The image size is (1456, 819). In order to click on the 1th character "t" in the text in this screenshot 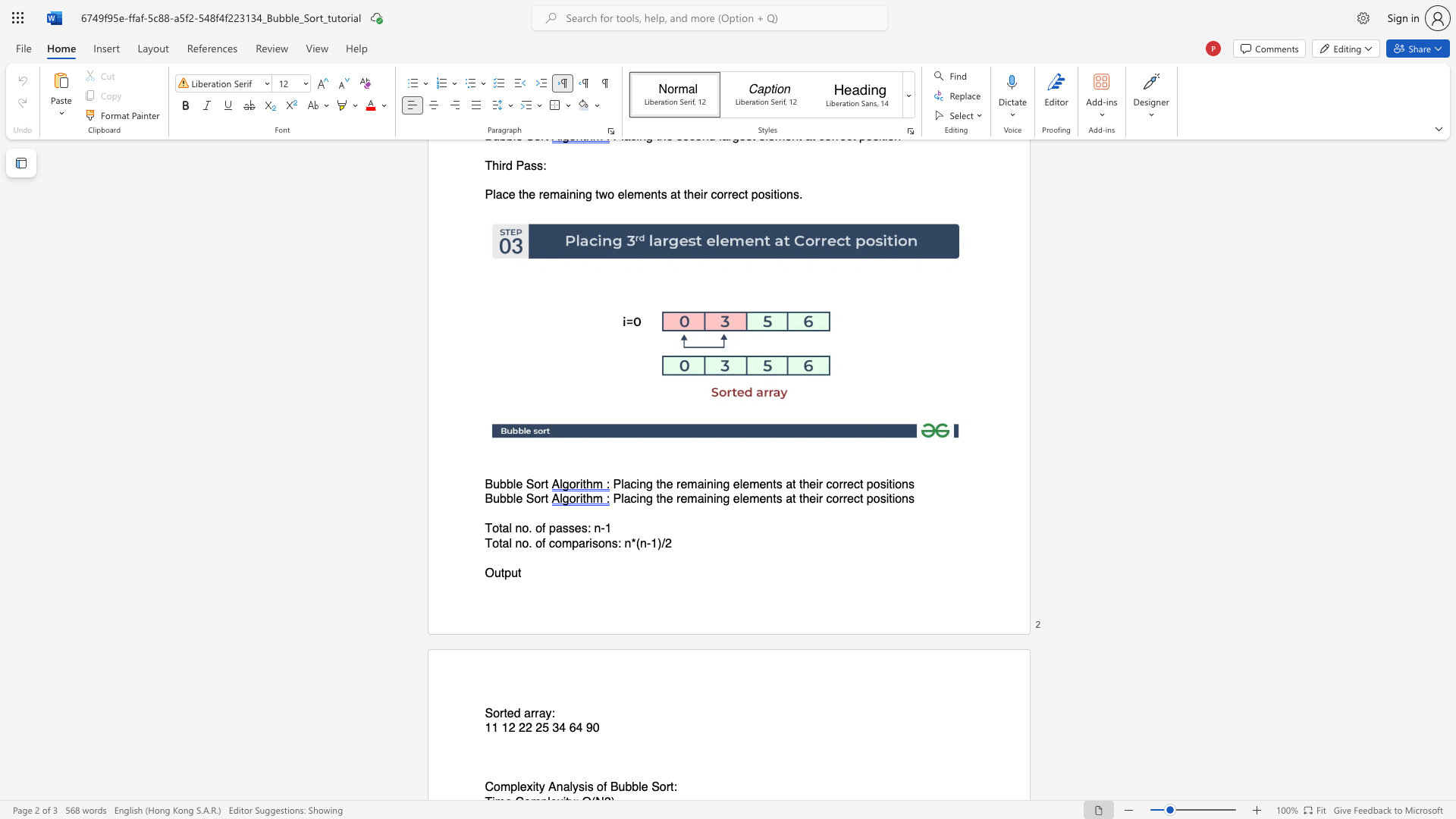, I will do `click(546, 485)`.